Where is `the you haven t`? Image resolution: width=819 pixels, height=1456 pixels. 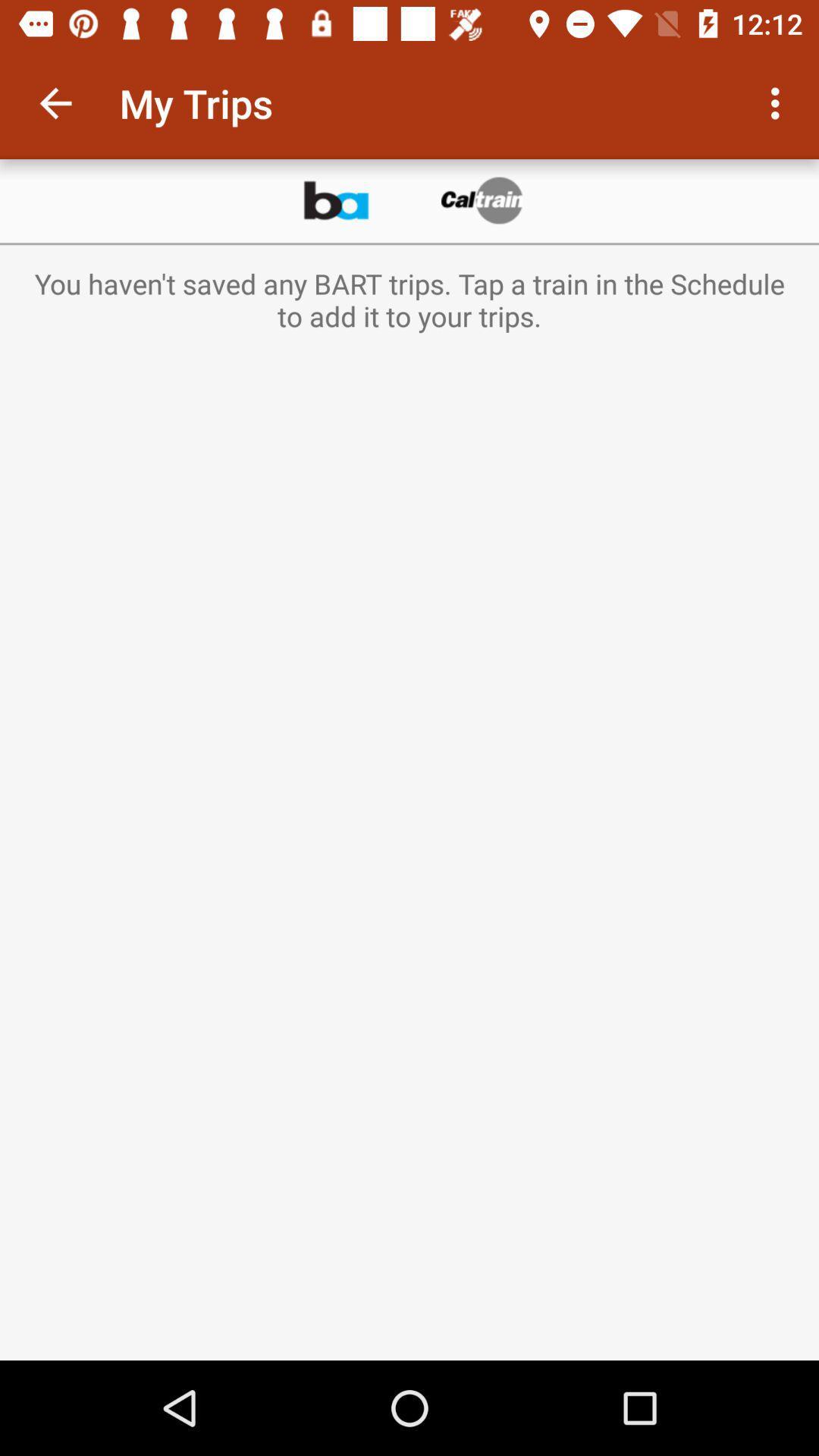 the you haven t is located at coordinates (409, 300).